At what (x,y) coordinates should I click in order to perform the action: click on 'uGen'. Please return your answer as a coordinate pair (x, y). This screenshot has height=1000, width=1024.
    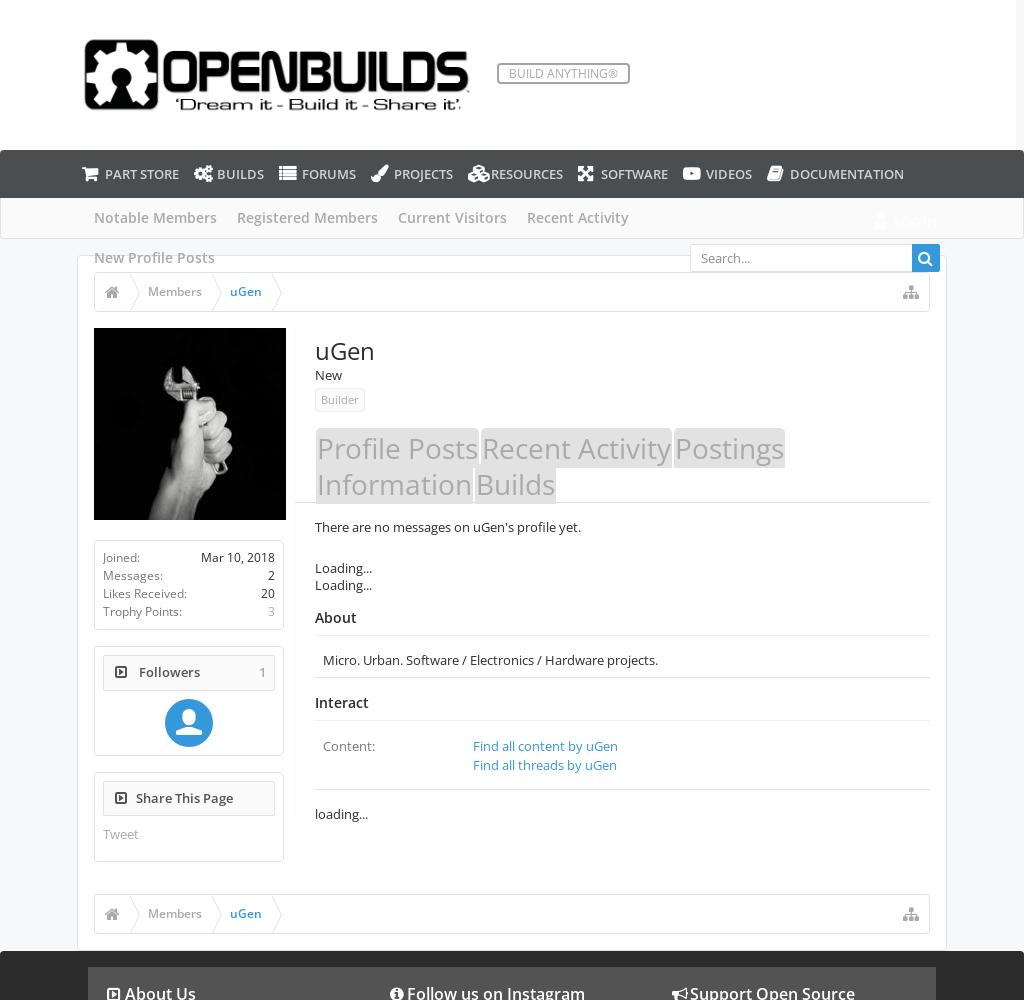
    Looking at the image, I should click on (343, 349).